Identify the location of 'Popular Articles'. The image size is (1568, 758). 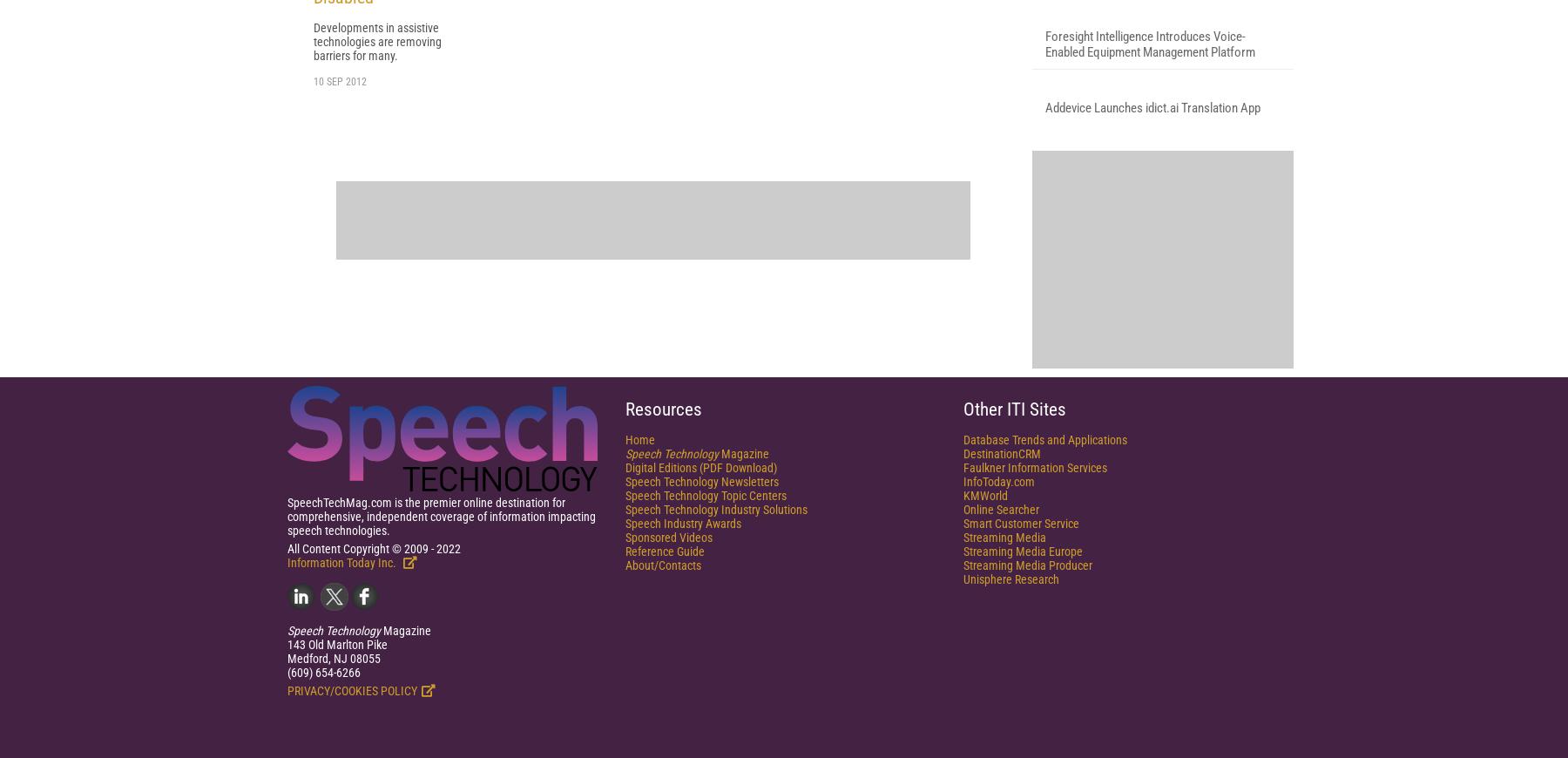
(1114, 84).